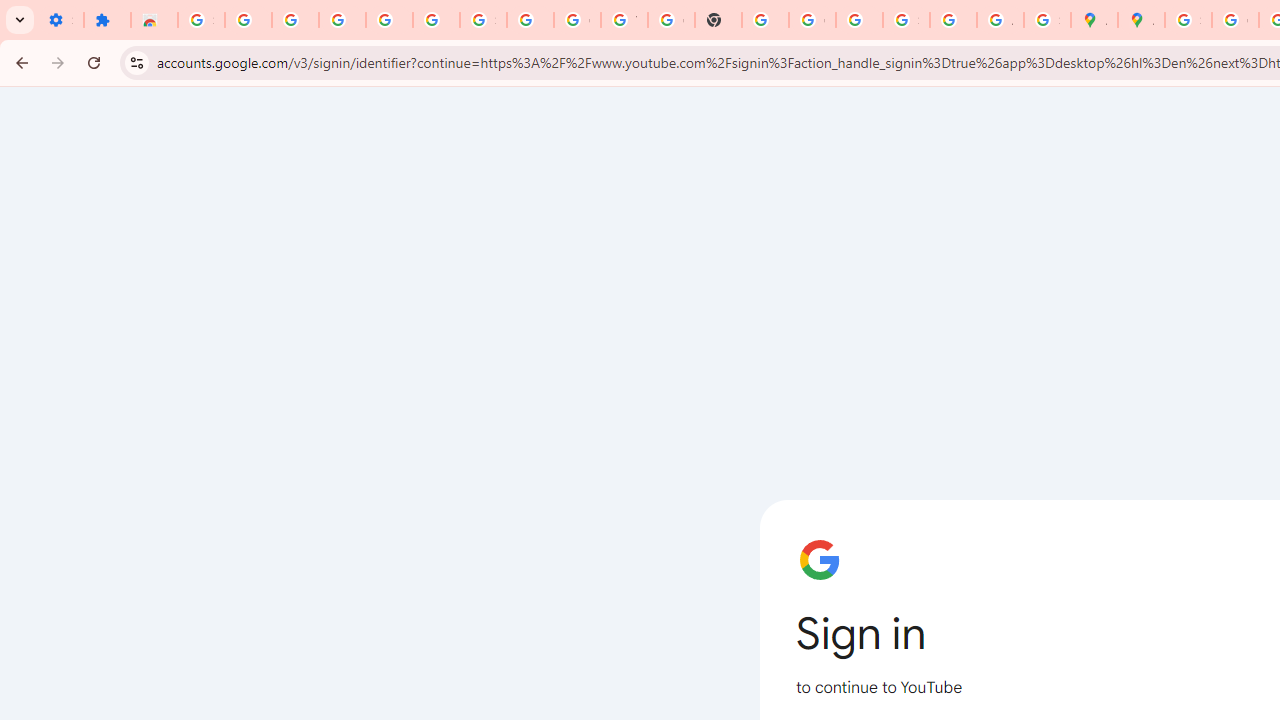  What do you see at coordinates (342, 20) in the screenshot?
I see `'Delete photos & videos - Computer - Google Photos Help'` at bounding box center [342, 20].